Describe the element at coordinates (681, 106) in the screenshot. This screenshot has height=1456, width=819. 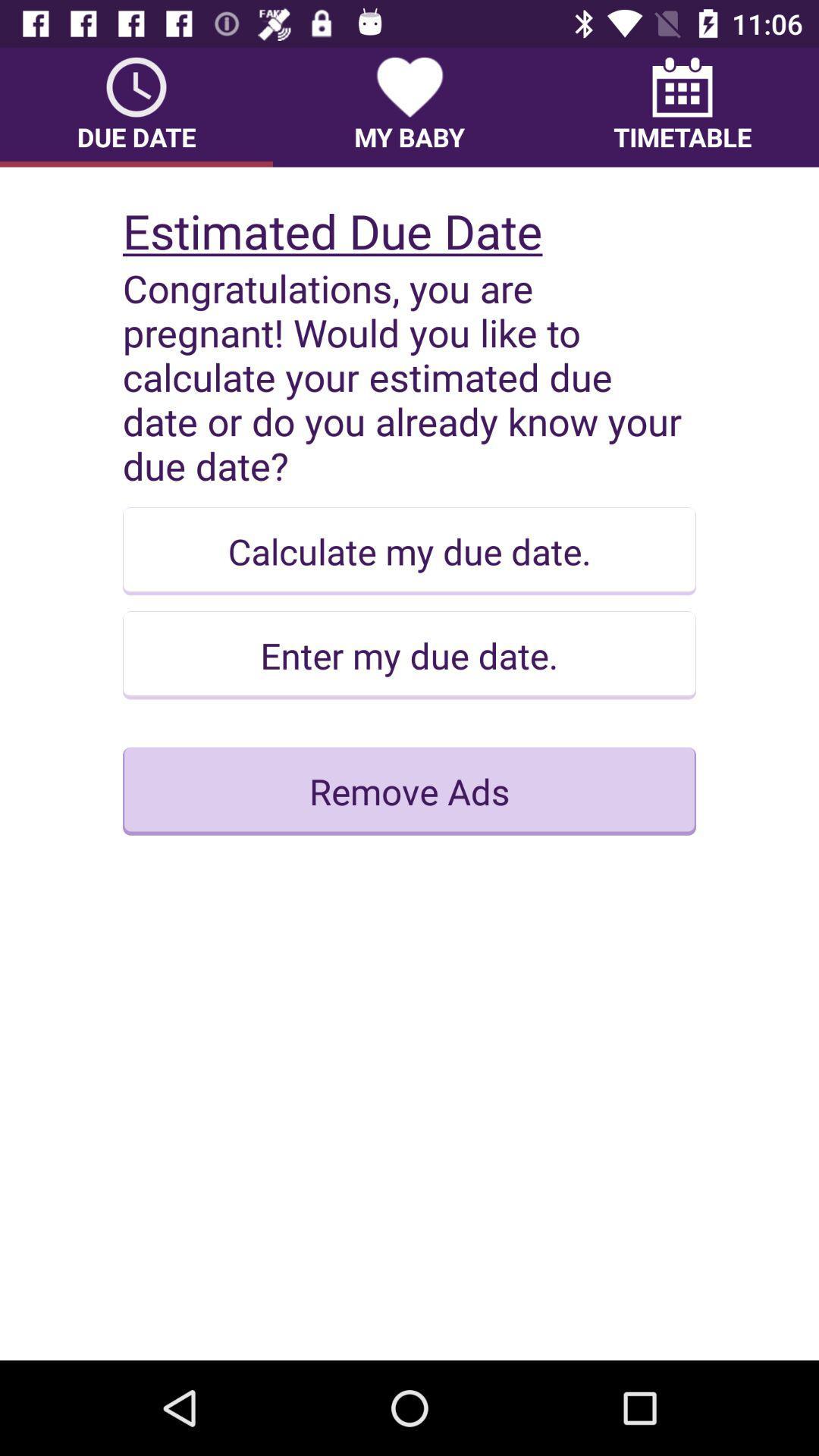
I see `the timetable icon` at that location.